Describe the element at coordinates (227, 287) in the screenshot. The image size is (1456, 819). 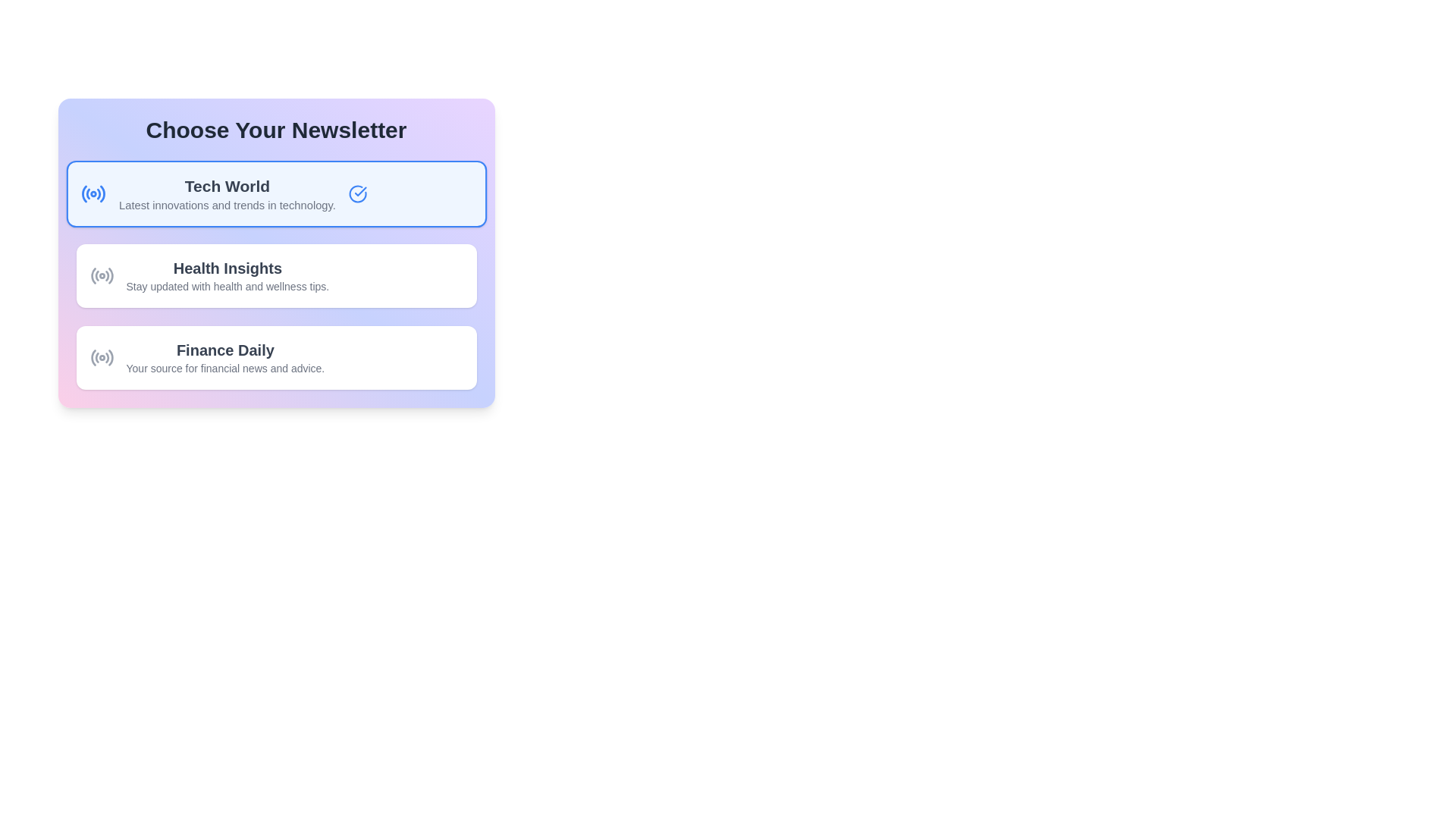
I see `the descriptive tagline element located below the 'Health Insights' heading text within the 'Health Insights' card` at that location.